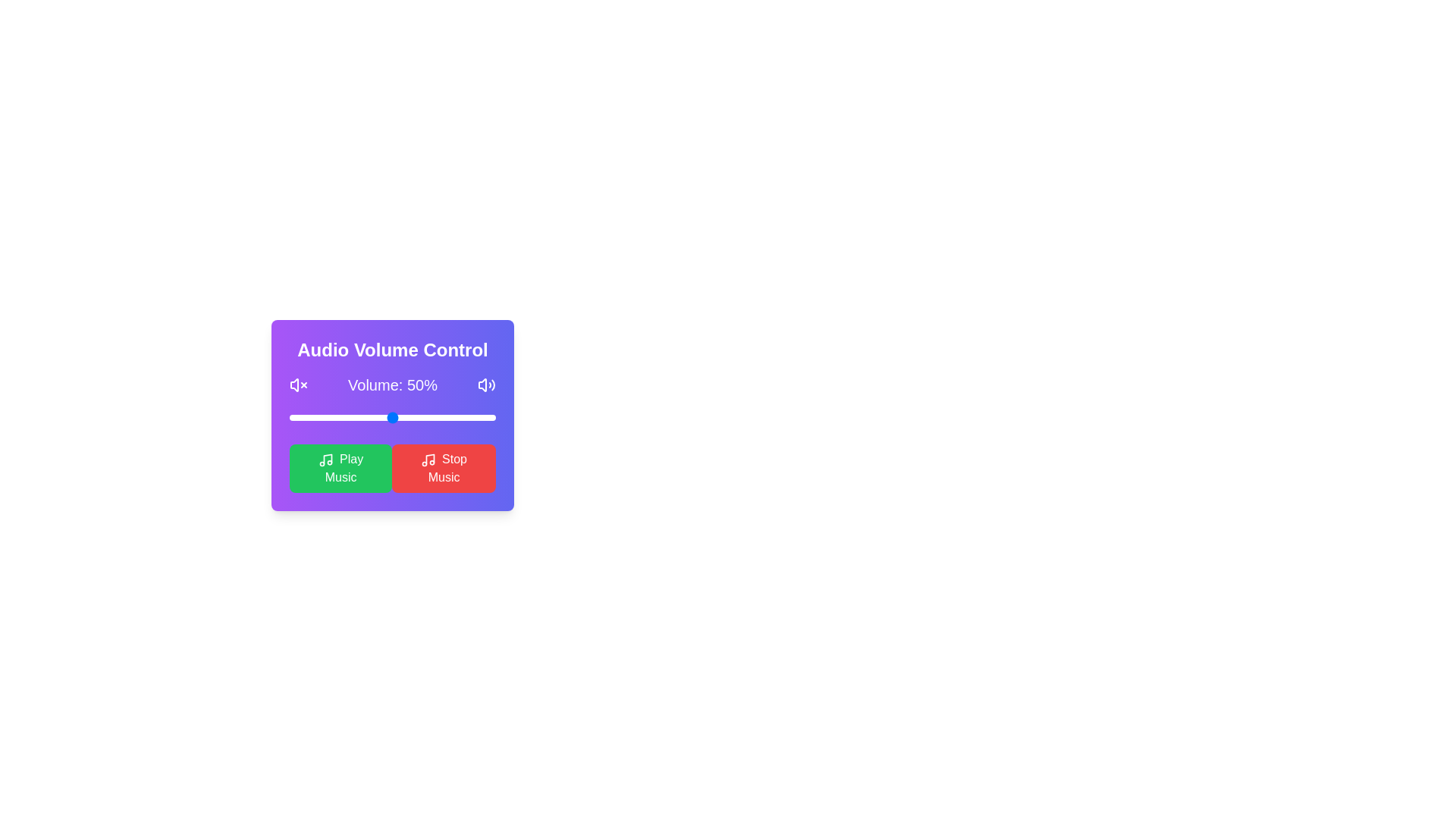 The height and width of the screenshot is (819, 1456). What do you see at coordinates (393, 384) in the screenshot?
I see `text from the Text Label displaying 'Volume: 50%', which is positioned between two volume icons in the volume control section` at bounding box center [393, 384].